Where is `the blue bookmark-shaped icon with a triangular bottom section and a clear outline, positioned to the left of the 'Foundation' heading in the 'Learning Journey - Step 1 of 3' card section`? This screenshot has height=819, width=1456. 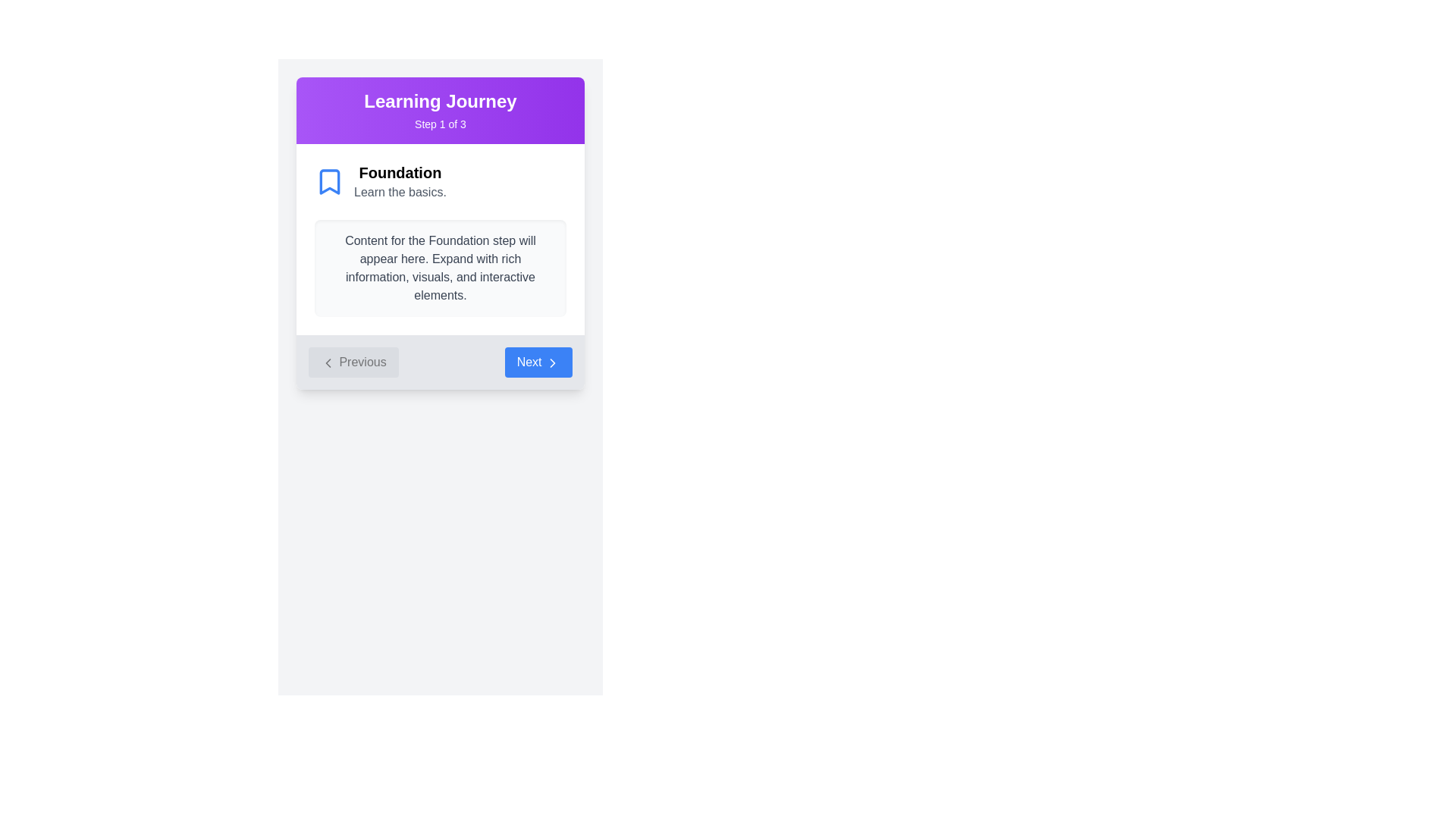 the blue bookmark-shaped icon with a triangular bottom section and a clear outline, positioned to the left of the 'Foundation' heading in the 'Learning Journey - Step 1 of 3' card section is located at coordinates (329, 180).